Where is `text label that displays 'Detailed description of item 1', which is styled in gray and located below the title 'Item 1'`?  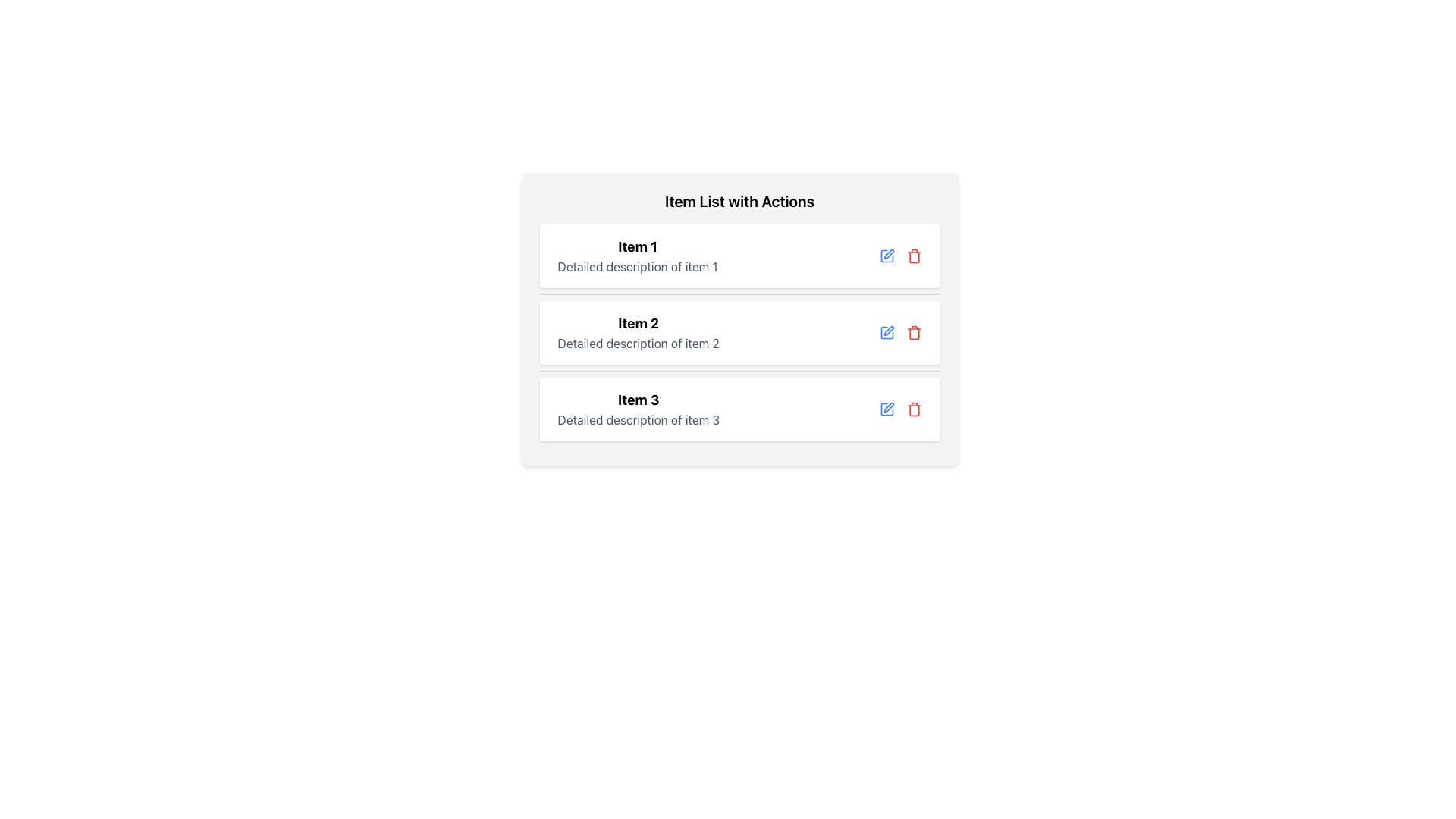
text label that displays 'Detailed description of item 1', which is styled in gray and located below the title 'Item 1' is located at coordinates (637, 265).